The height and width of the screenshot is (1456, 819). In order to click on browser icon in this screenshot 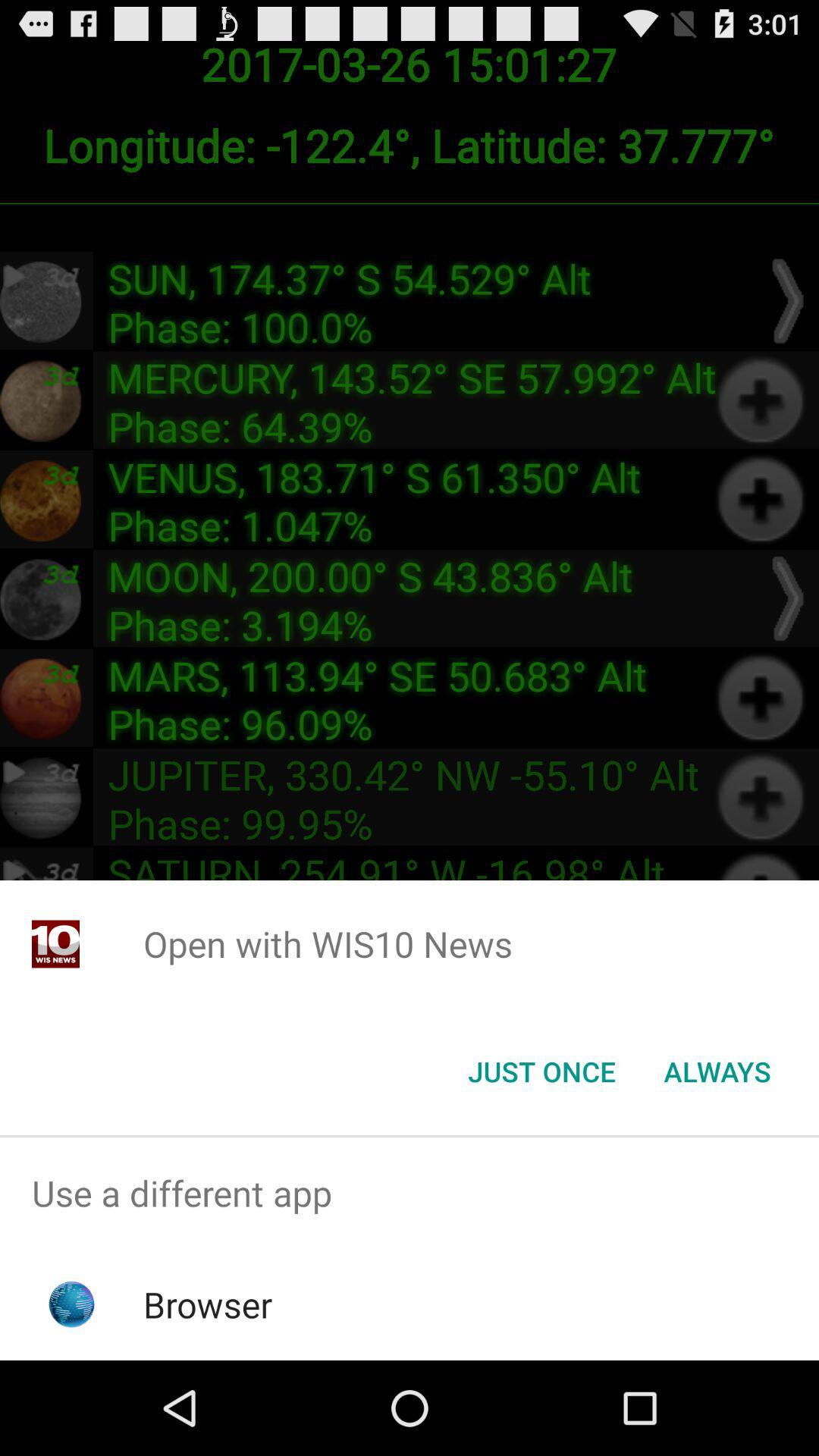, I will do `click(208, 1304)`.